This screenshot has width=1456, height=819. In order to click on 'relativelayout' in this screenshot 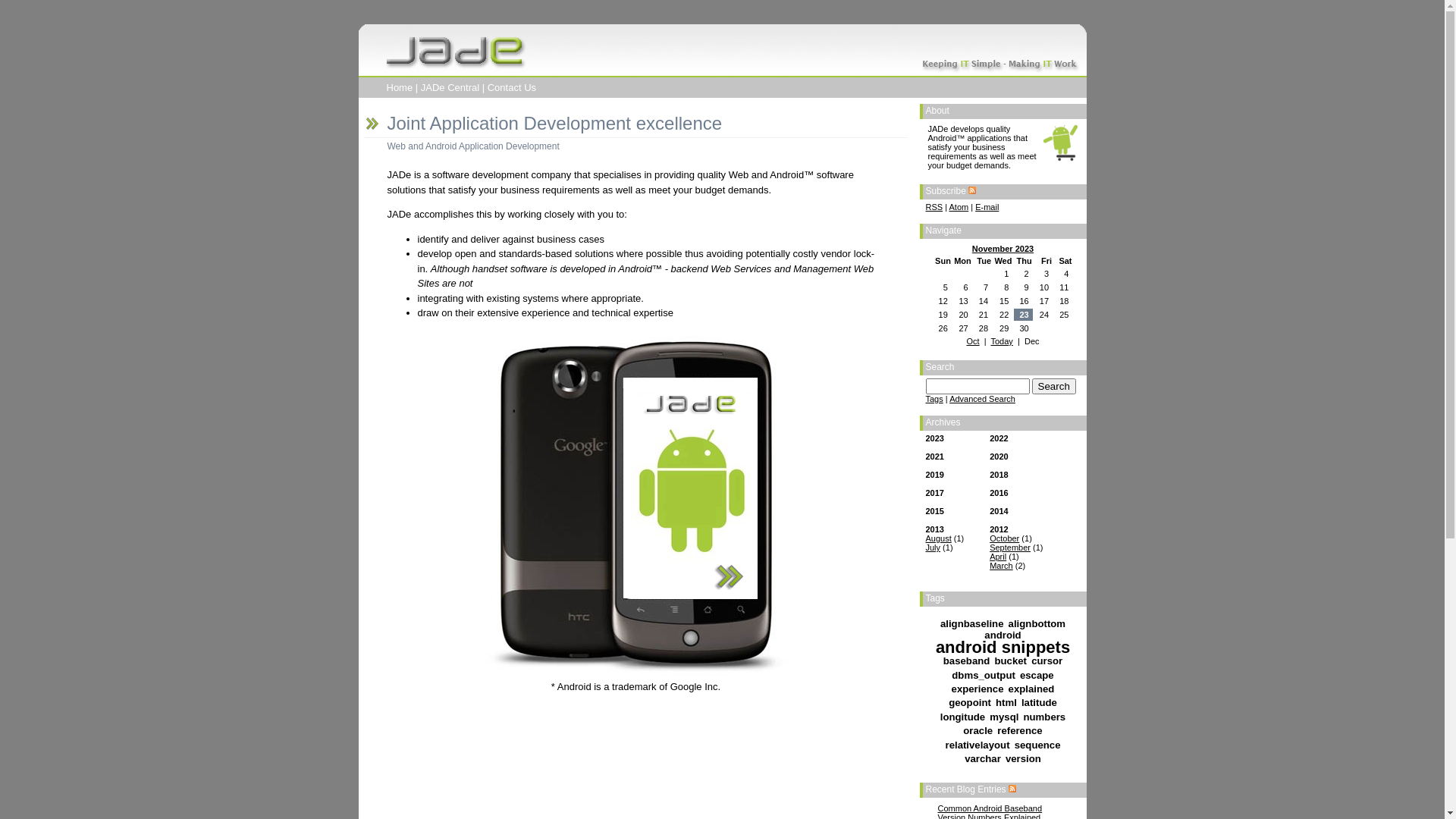, I will do `click(977, 744)`.